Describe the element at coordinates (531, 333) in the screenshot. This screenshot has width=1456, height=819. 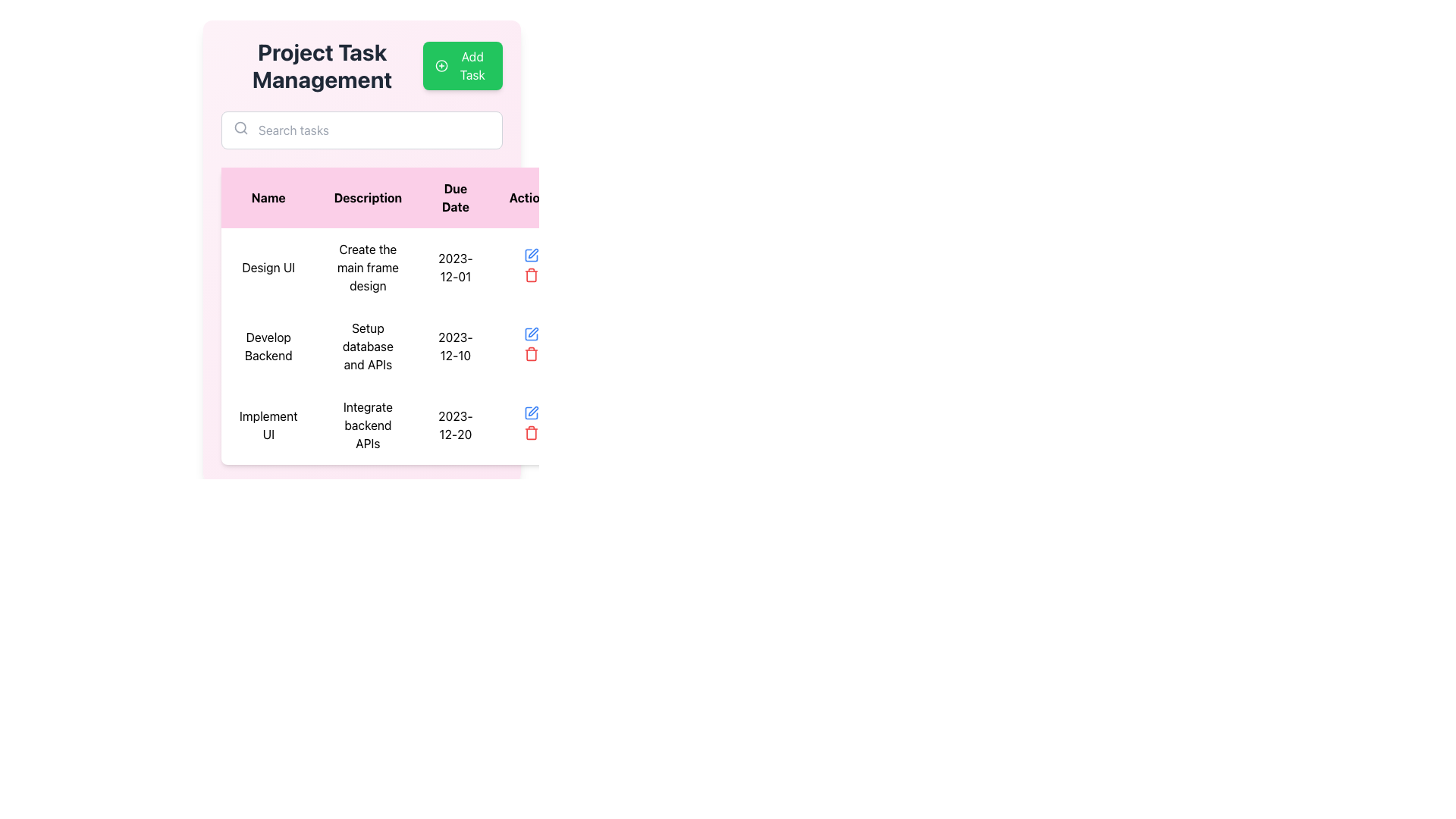
I see `the edit button in the 'Actions' column of the 'Develop Backend' row, which is the leftmost icon in that row` at that location.